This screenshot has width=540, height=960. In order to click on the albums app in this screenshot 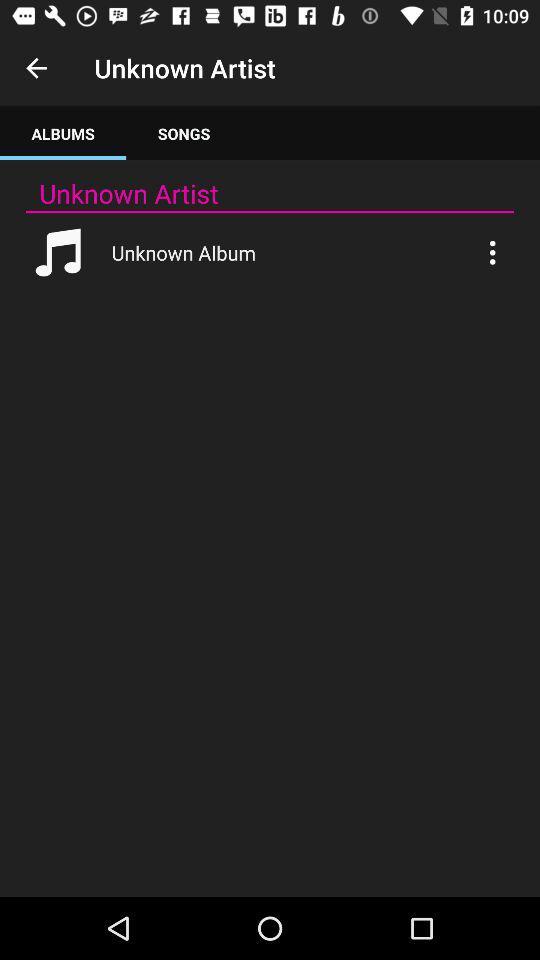, I will do `click(63, 132)`.